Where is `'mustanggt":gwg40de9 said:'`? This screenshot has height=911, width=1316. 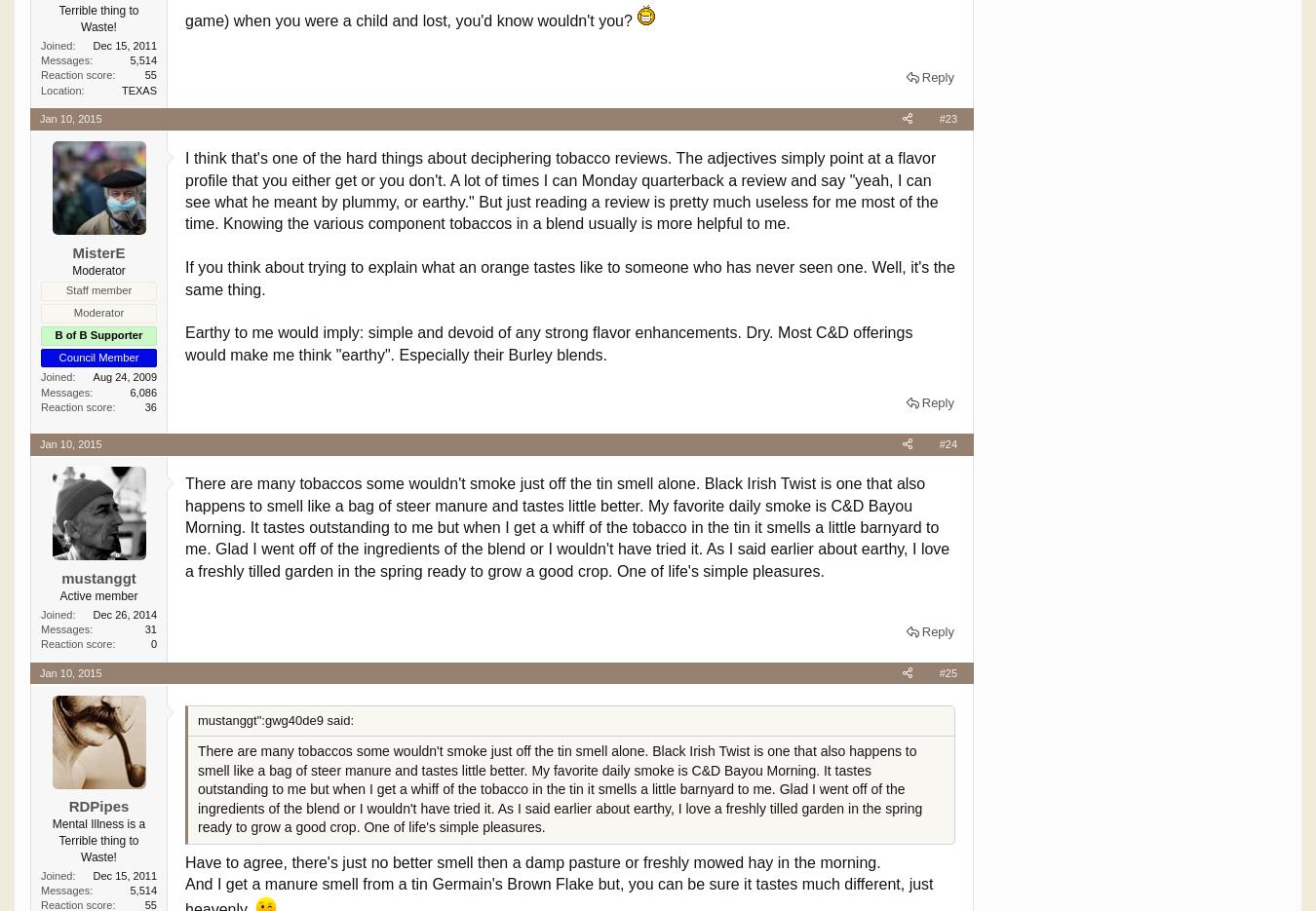 'mustanggt":gwg40de9 said:' is located at coordinates (274, 719).